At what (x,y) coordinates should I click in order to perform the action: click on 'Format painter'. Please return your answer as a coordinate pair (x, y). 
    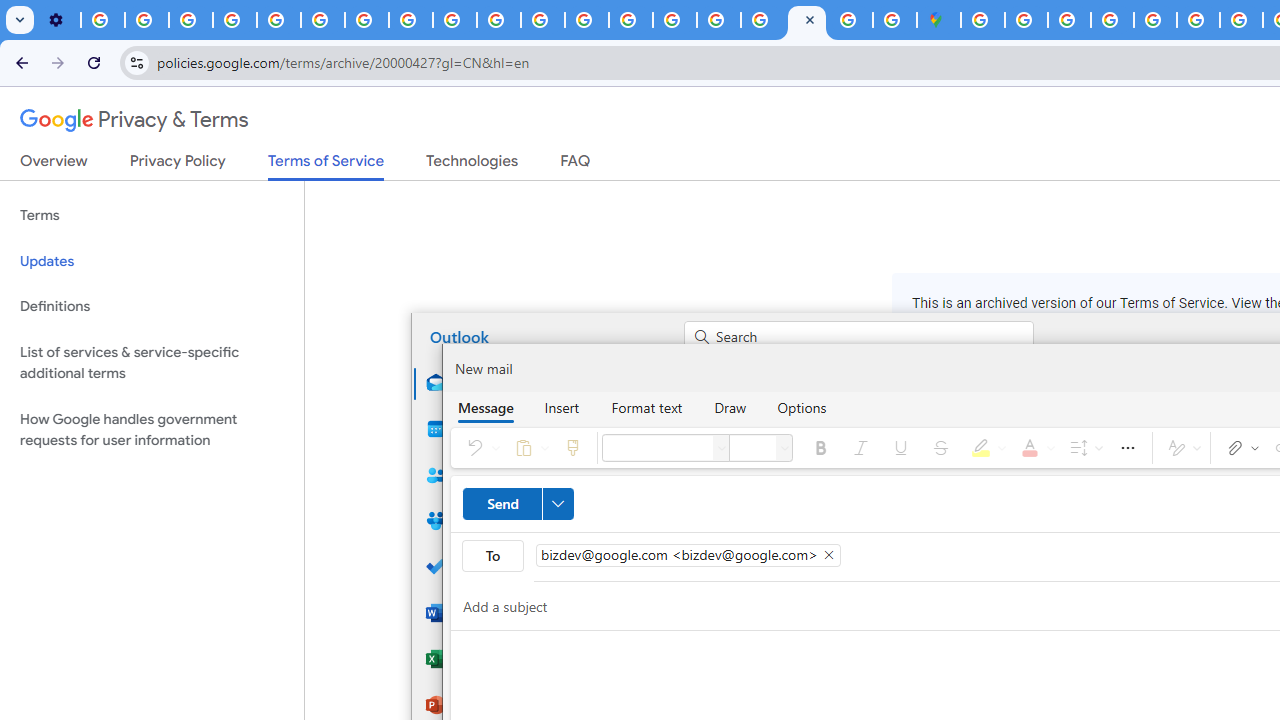
    Looking at the image, I should click on (571, 446).